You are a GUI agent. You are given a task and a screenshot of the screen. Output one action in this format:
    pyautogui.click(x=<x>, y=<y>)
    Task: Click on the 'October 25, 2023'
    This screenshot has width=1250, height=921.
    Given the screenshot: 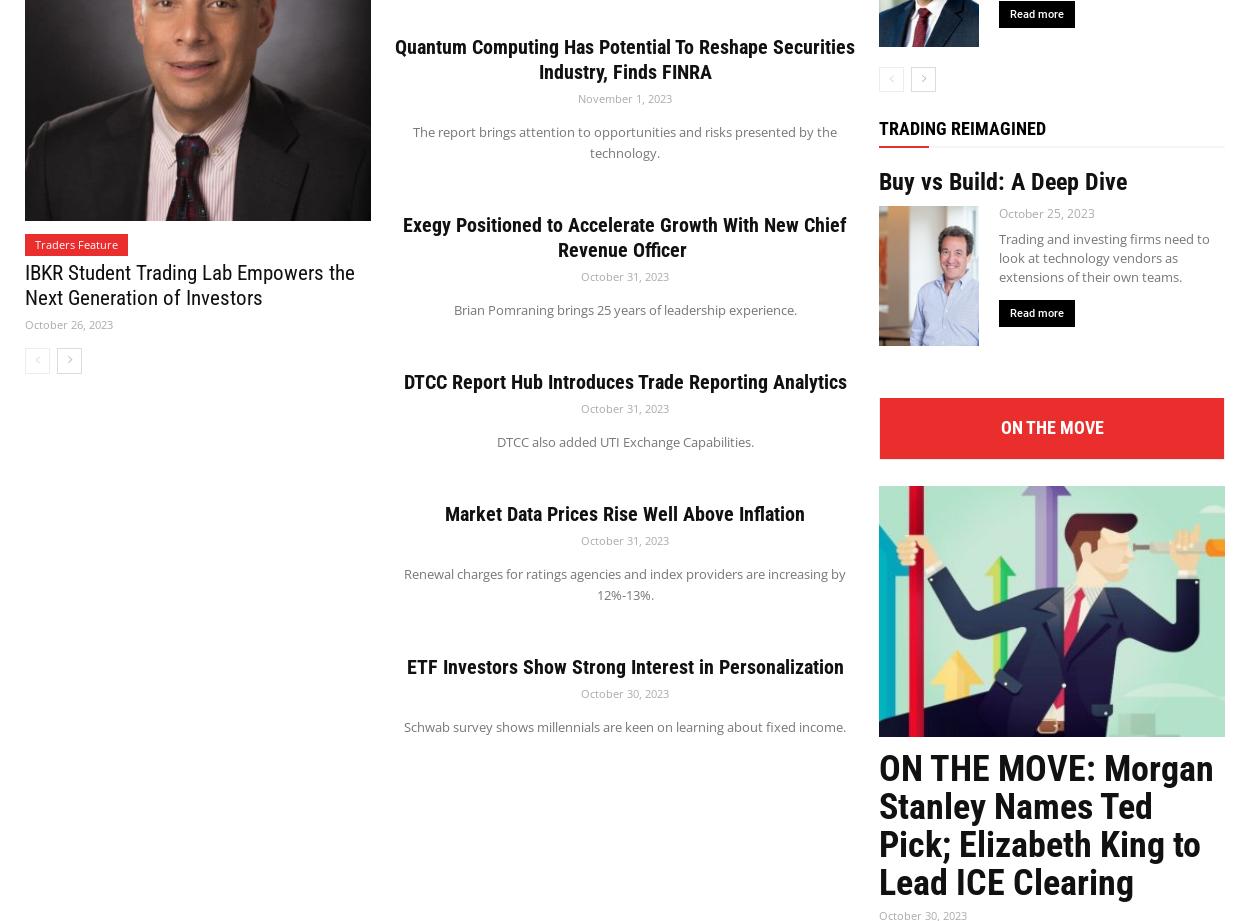 What is the action you would take?
    pyautogui.click(x=1047, y=211)
    